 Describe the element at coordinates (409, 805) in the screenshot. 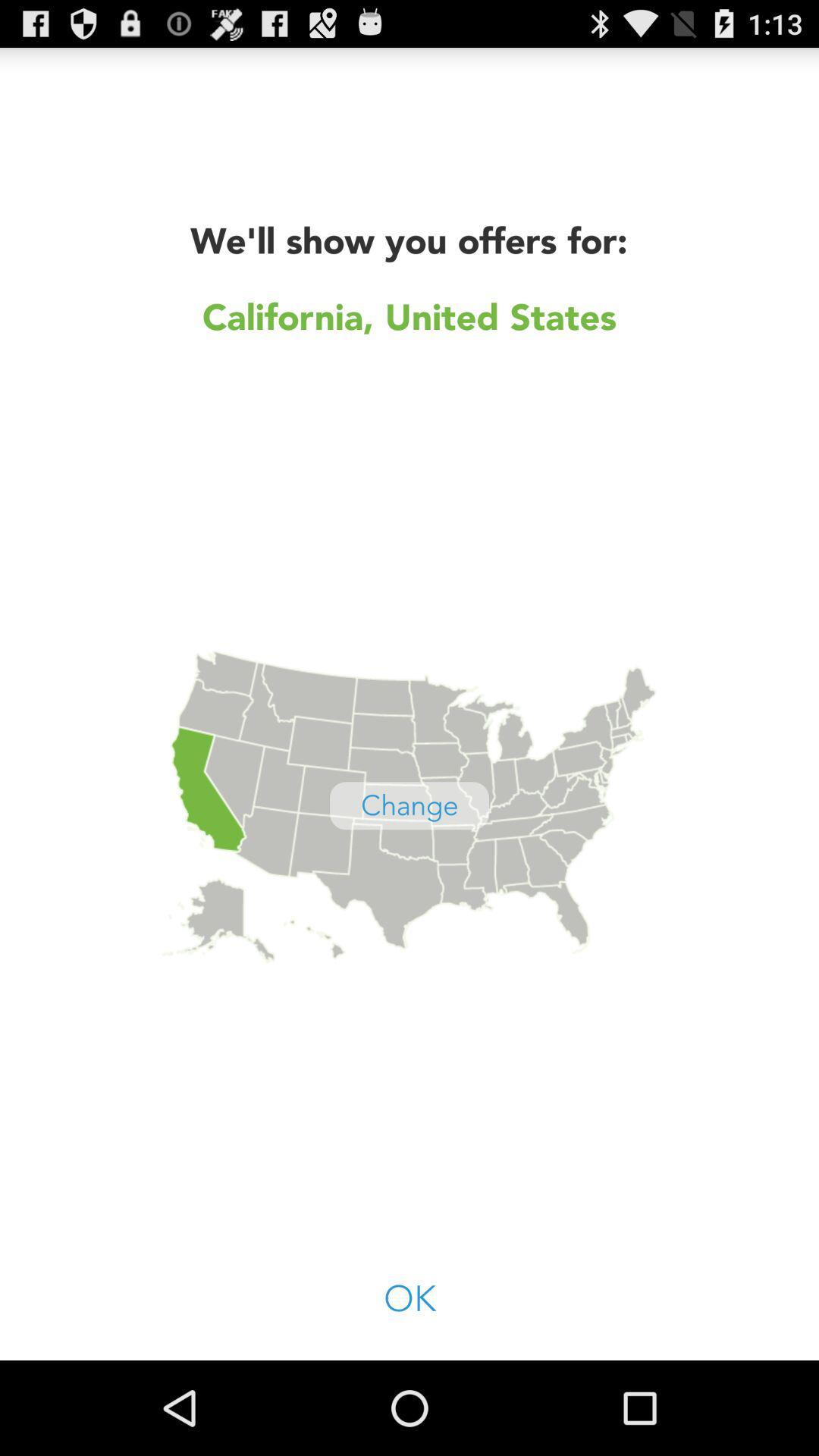

I see `the button above ok icon` at that location.